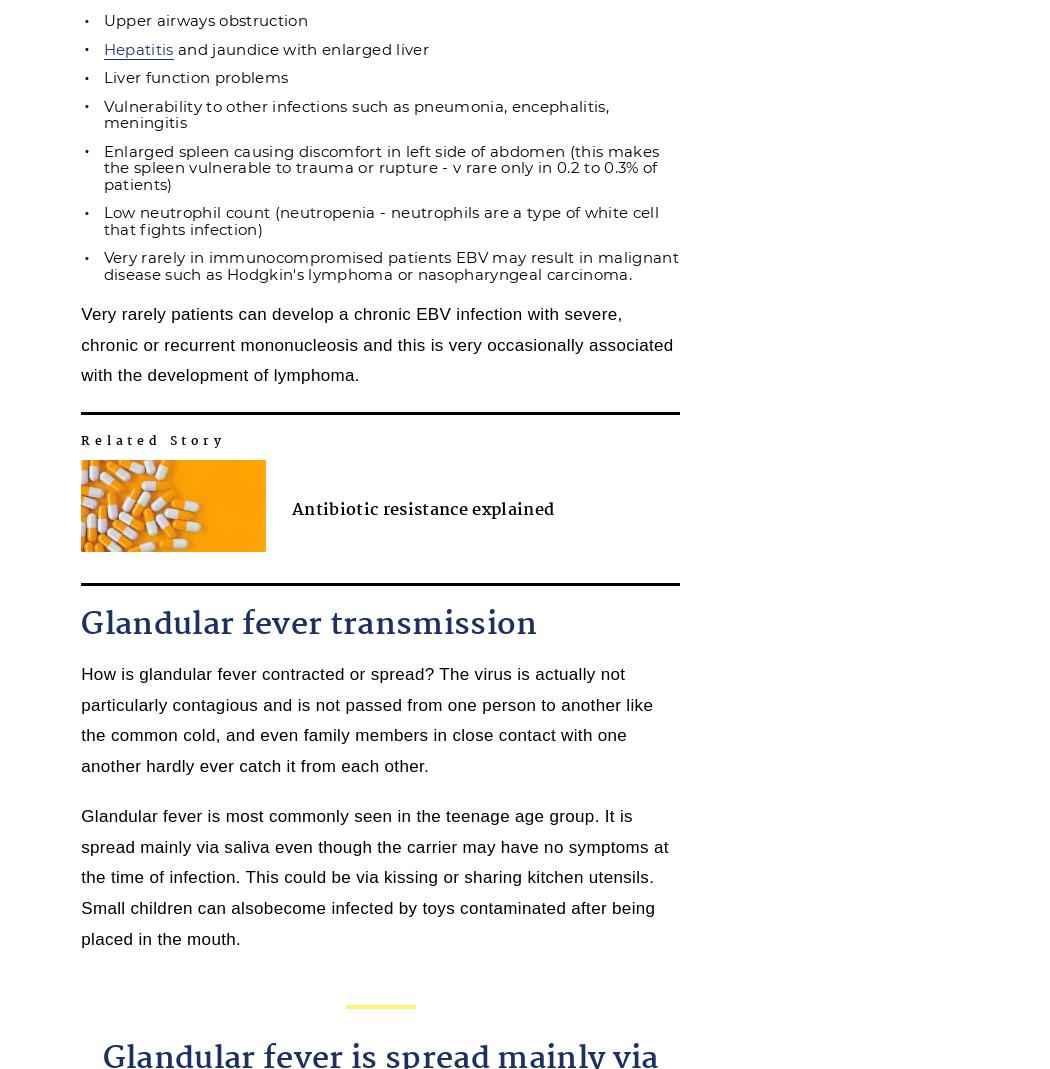 The width and height of the screenshot is (1050, 1069). What do you see at coordinates (80, 344) in the screenshot?
I see `'Very rarely patients can develop a chronic EBV infection with severe, chronic or recurrent mononucleosis and this is very occasionally associated with the development of lymphoma.'` at bounding box center [80, 344].